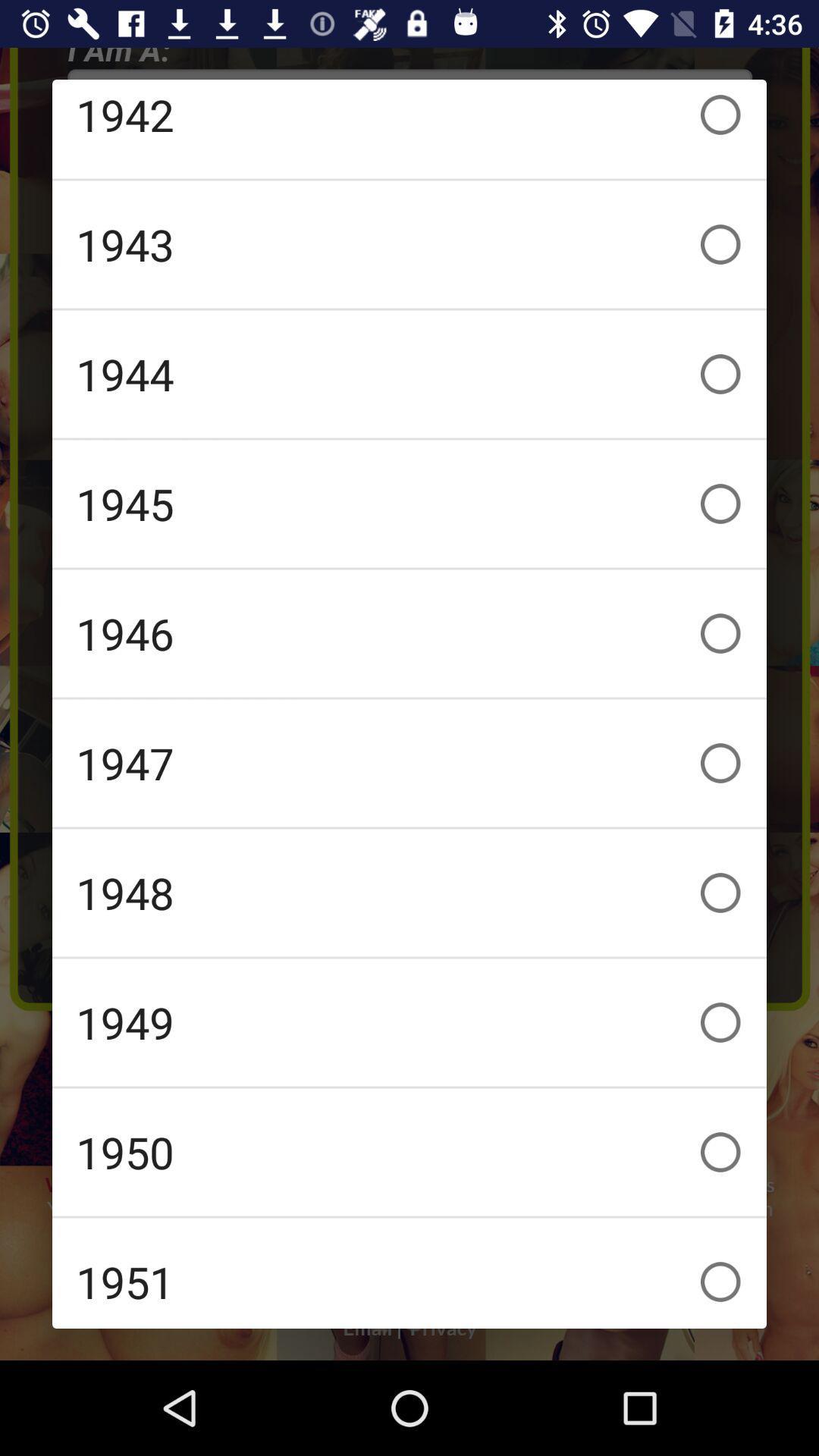 The height and width of the screenshot is (1456, 819). Describe the element at coordinates (409, 633) in the screenshot. I see `the 1946 icon` at that location.